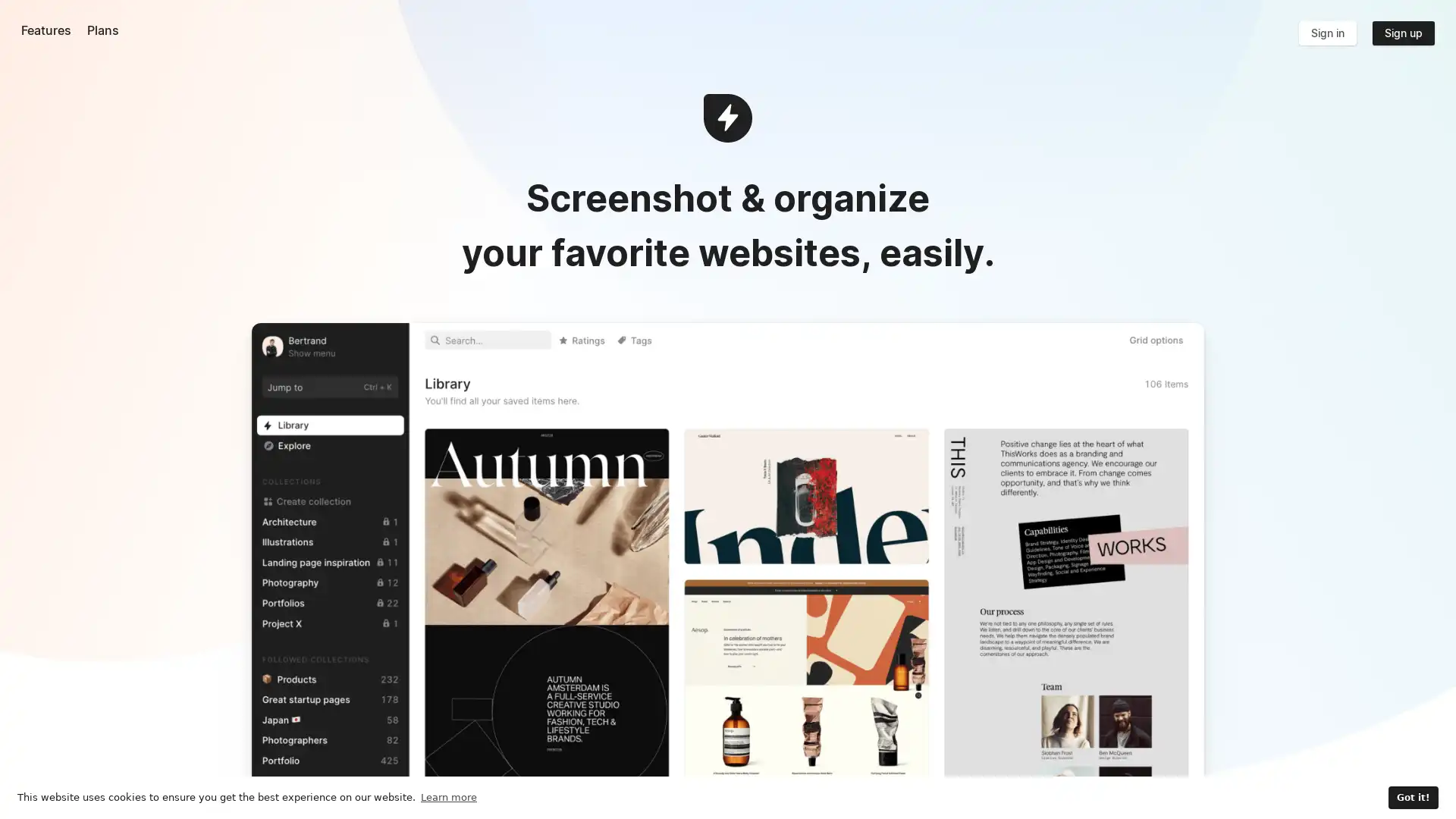 The image size is (1456, 819). Describe the element at coordinates (1411, 797) in the screenshot. I see `dismiss cookie message` at that location.